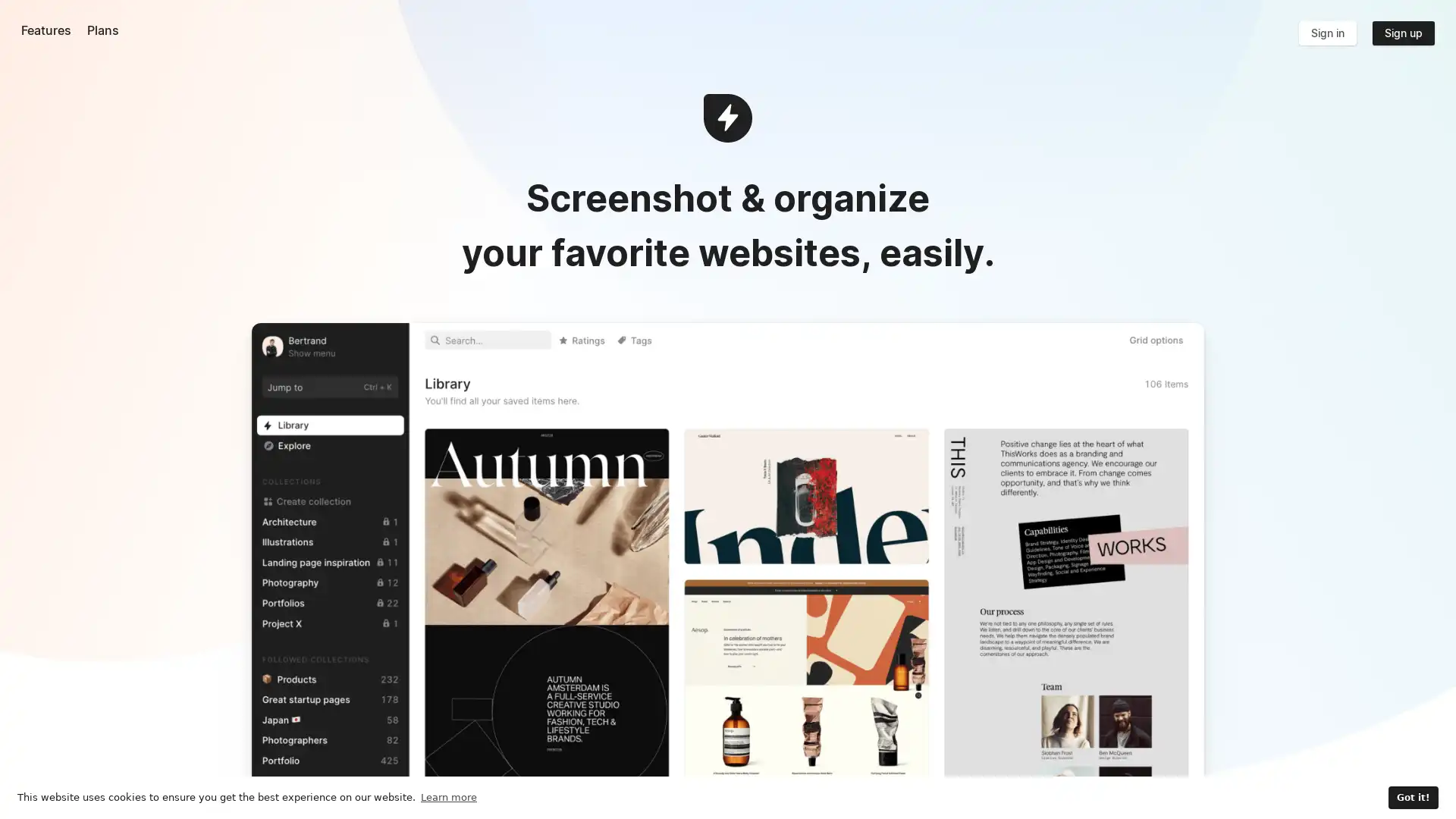 The image size is (1456, 819). Describe the element at coordinates (1411, 797) in the screenshot. I see `dismiss cookie message` at that location.